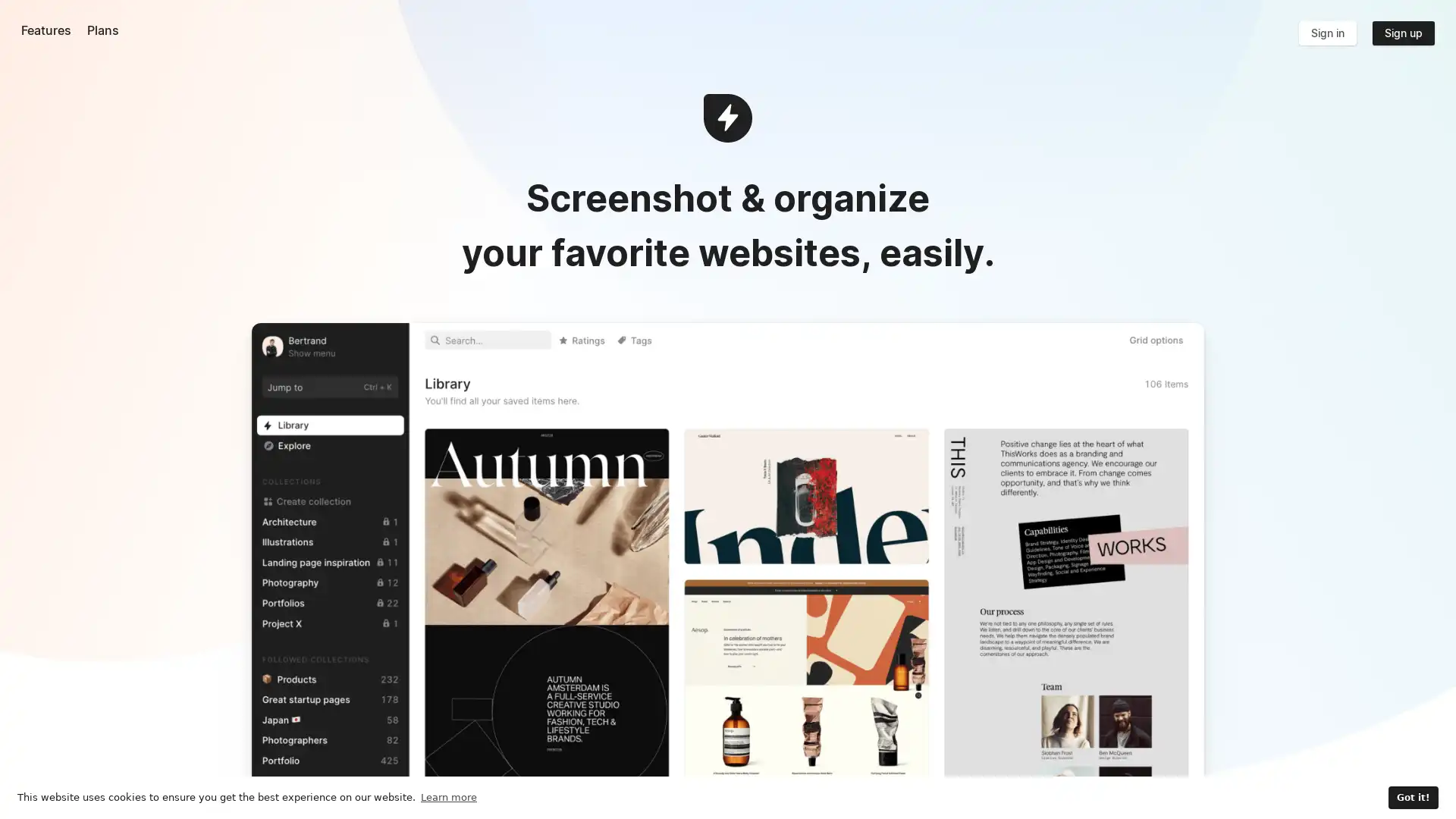 The image size is (1456, 819). Describe the element at coordinates (1411, 797) in the screenshot. I see `dismiss cookie message` at that location.